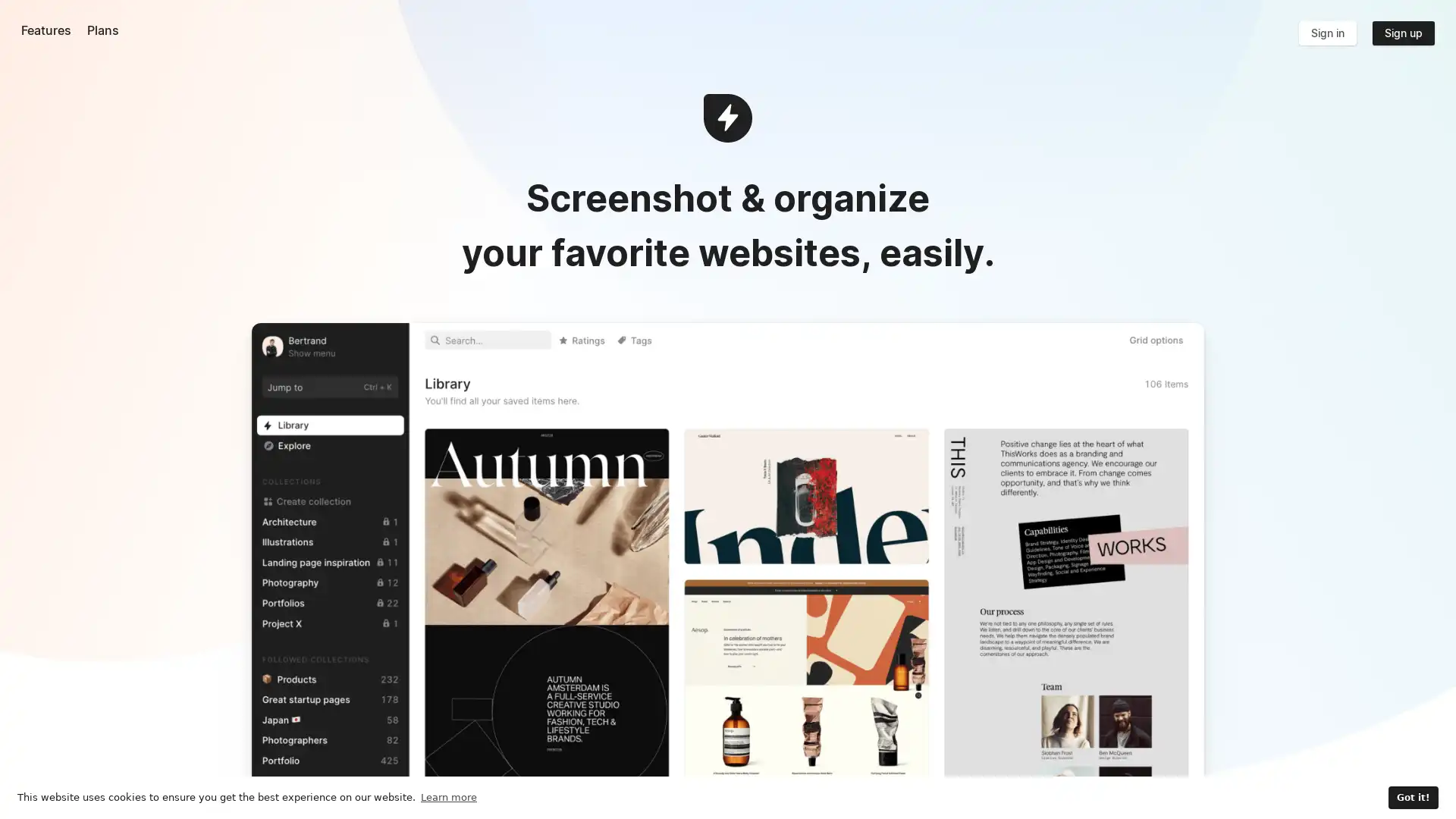 The image size is (1456, 819). Describe the element at coordinates (1411, 797) in the screenshot. I see `dismiss cookie message` at that location.